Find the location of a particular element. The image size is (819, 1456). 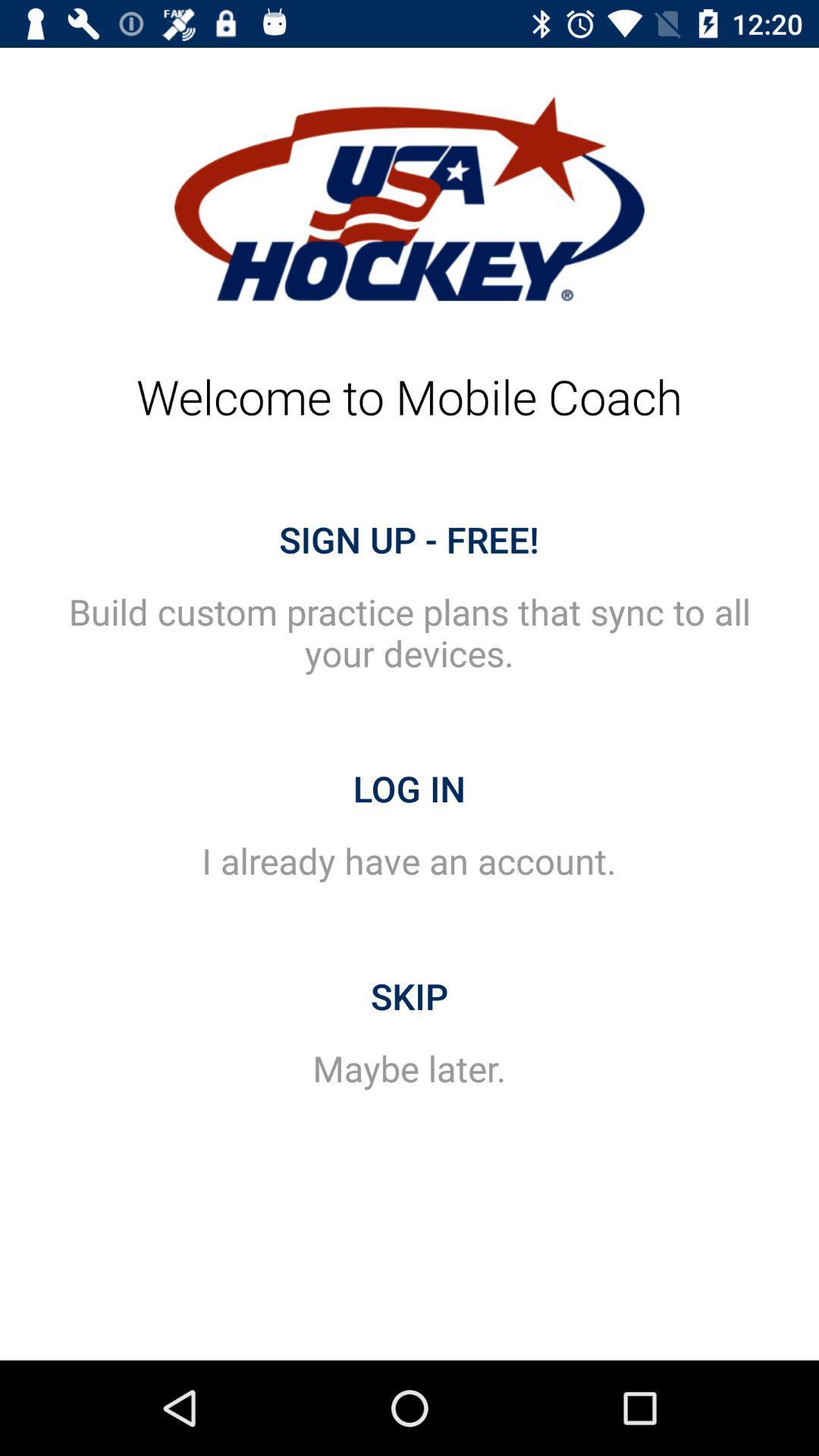

the sign up - free! item is located at coordinates (408, 539).